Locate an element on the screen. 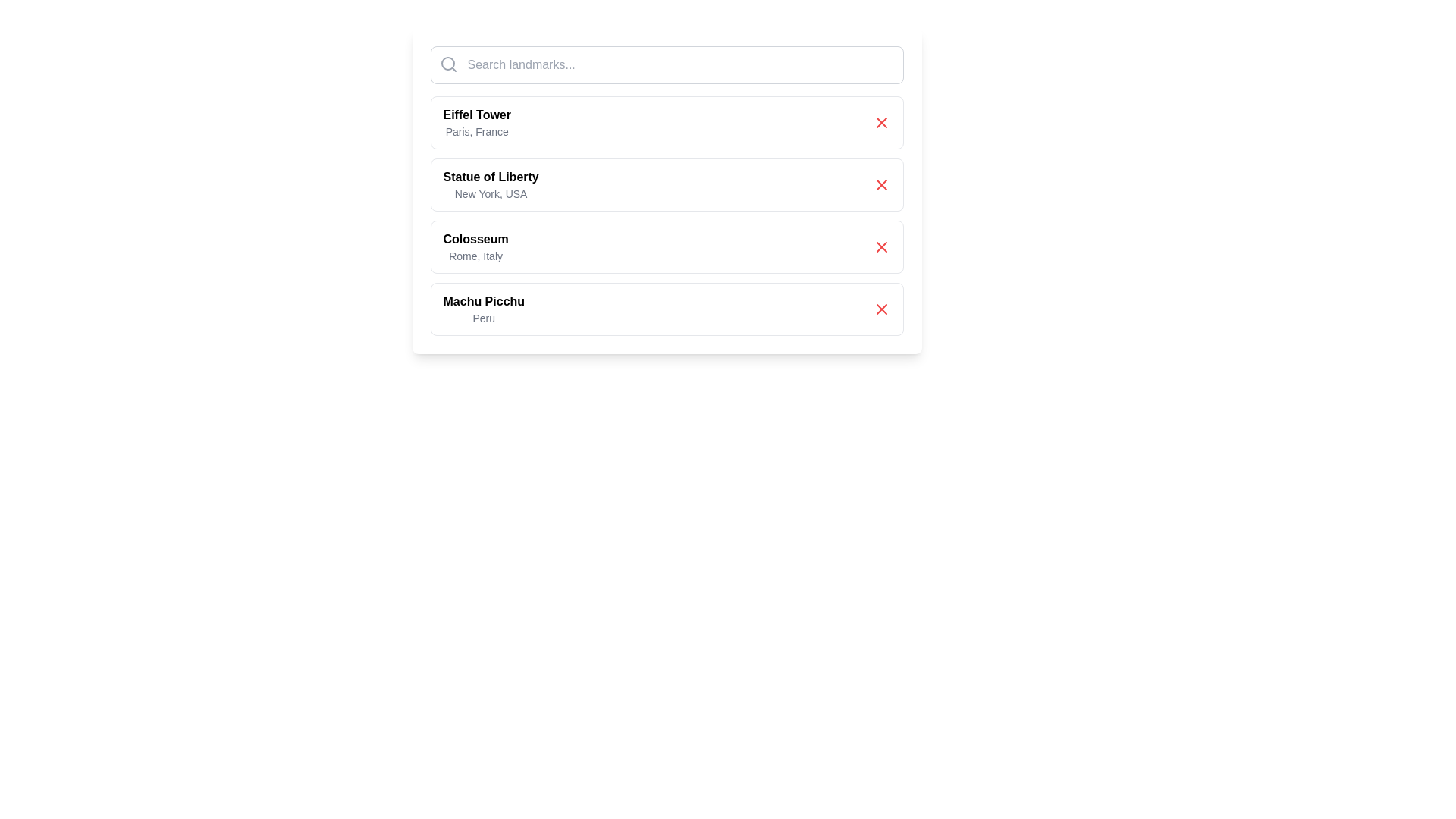 The image size is (1456, 819). the main title label for the associated landmark entry, which is located at the bottom of the vertically stacked list, above the subtext 'Peru' and below the entries for 'Colosseum', 'Statue of Liberty', and 'Eiffel Tower' is located at coordinates (483, 301).